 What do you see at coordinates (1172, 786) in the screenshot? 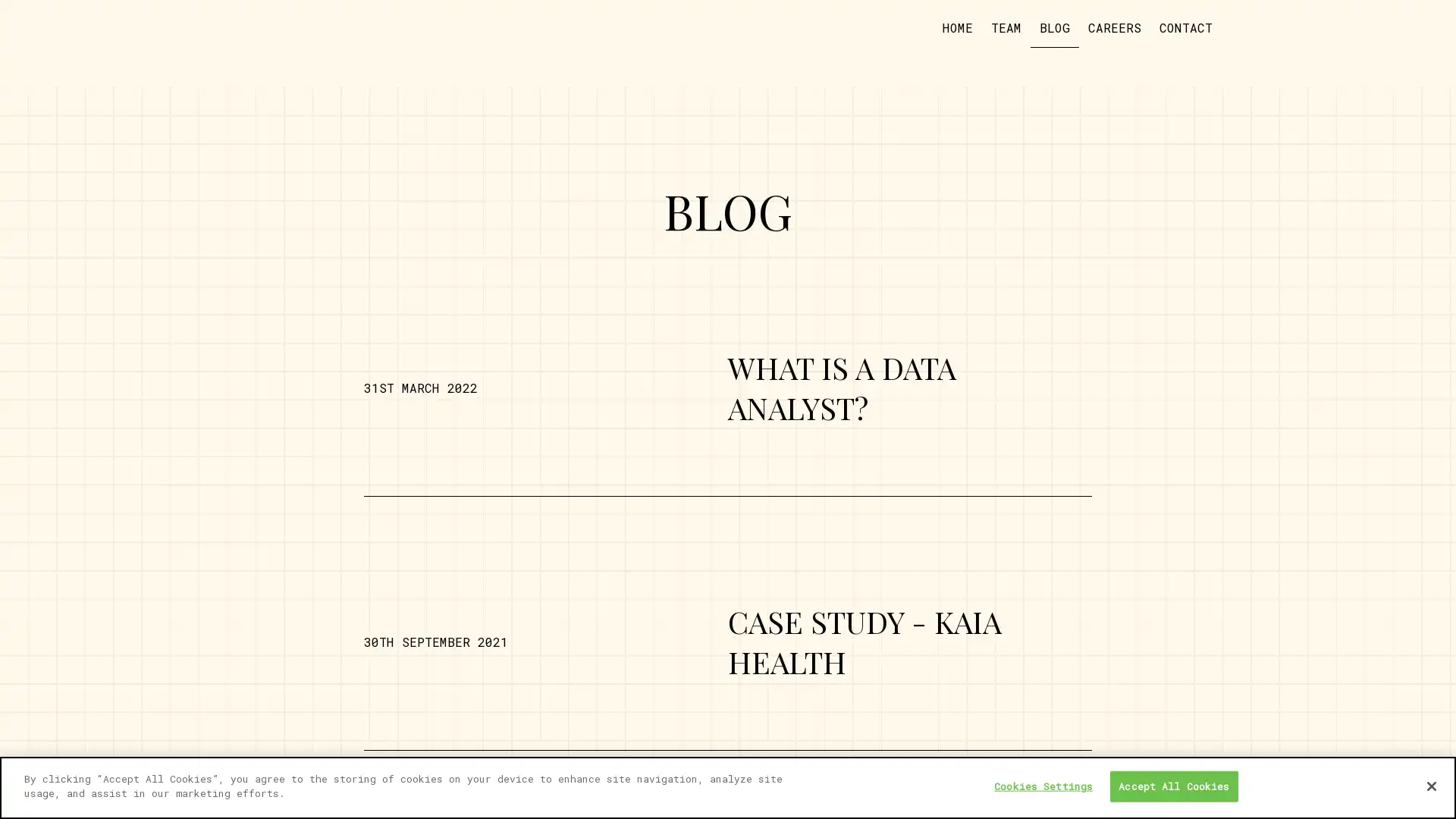
I see `Accept All Cookies` at bounding box center [1172, 786].